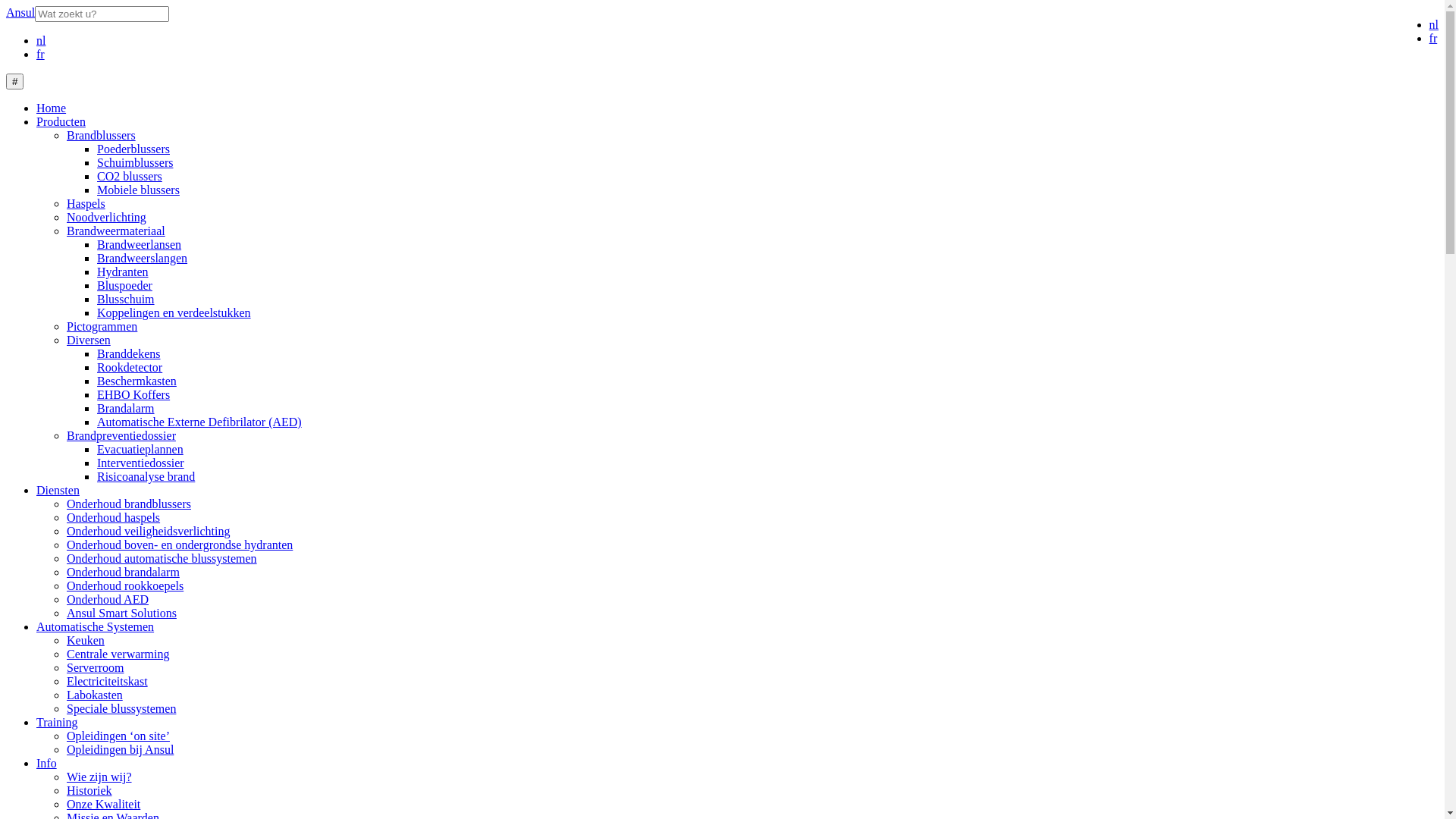 The width and height of the screenshot is (1456, 819). I want to click on 'nl', so click(36, 39).